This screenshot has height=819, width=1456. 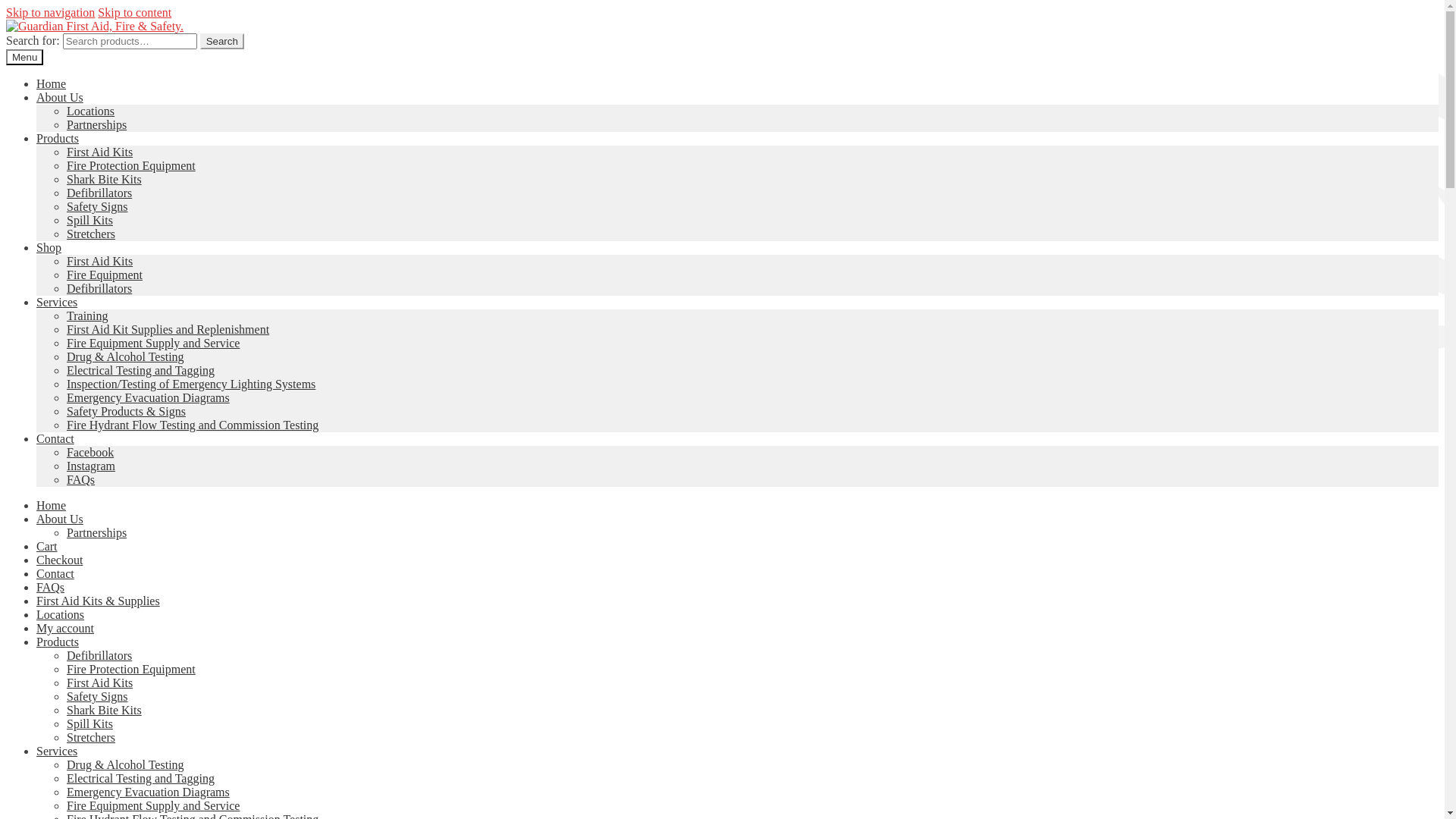 What do you see at coordinates (65, 736) in the screenshot?
I see `'Stretchers'` at bounding box center [65, 736].